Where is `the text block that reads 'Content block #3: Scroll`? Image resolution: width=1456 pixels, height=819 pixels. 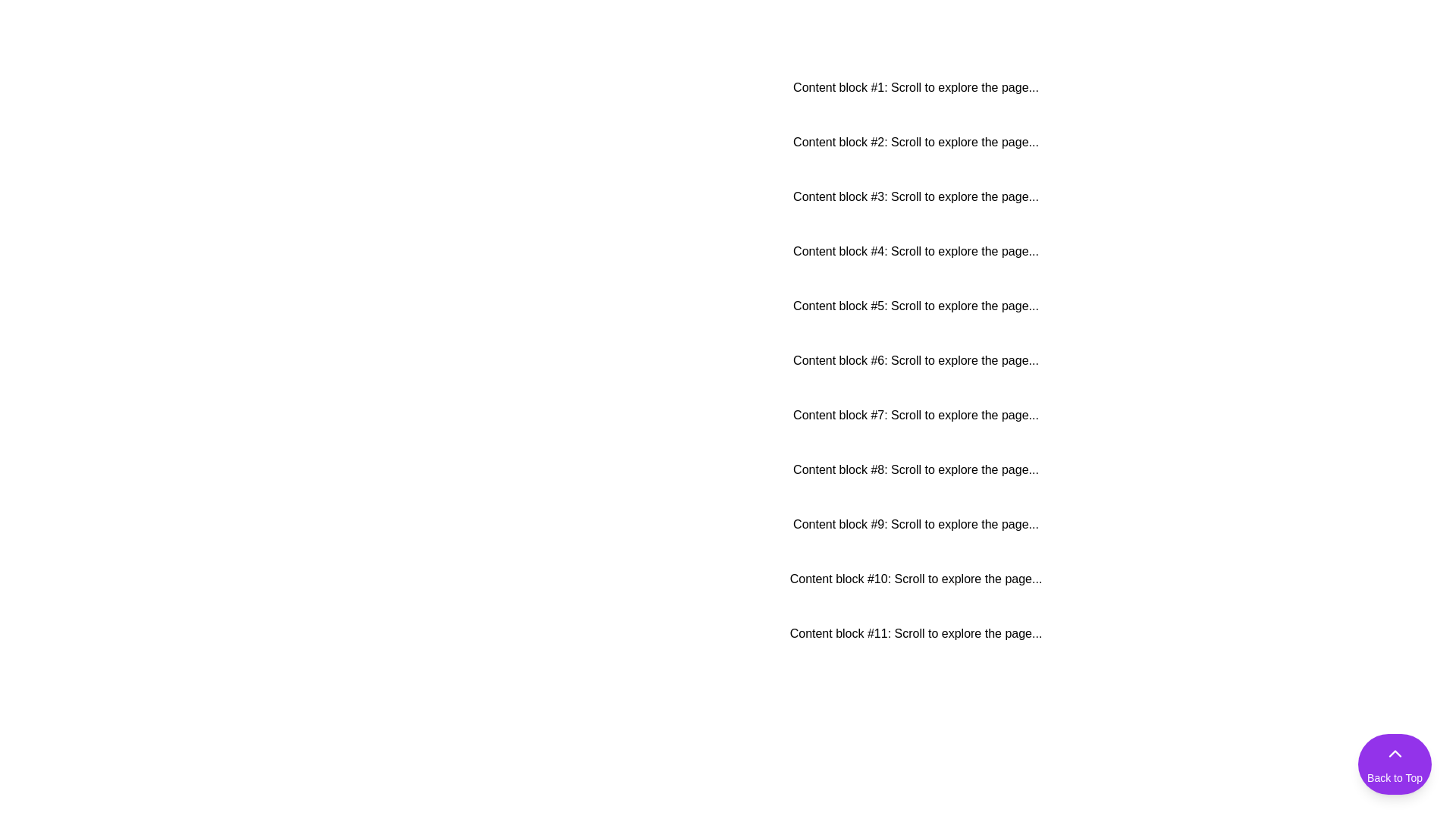 the text block that reads 'Content block #3: Scroll is located at coordinates (915, 196).